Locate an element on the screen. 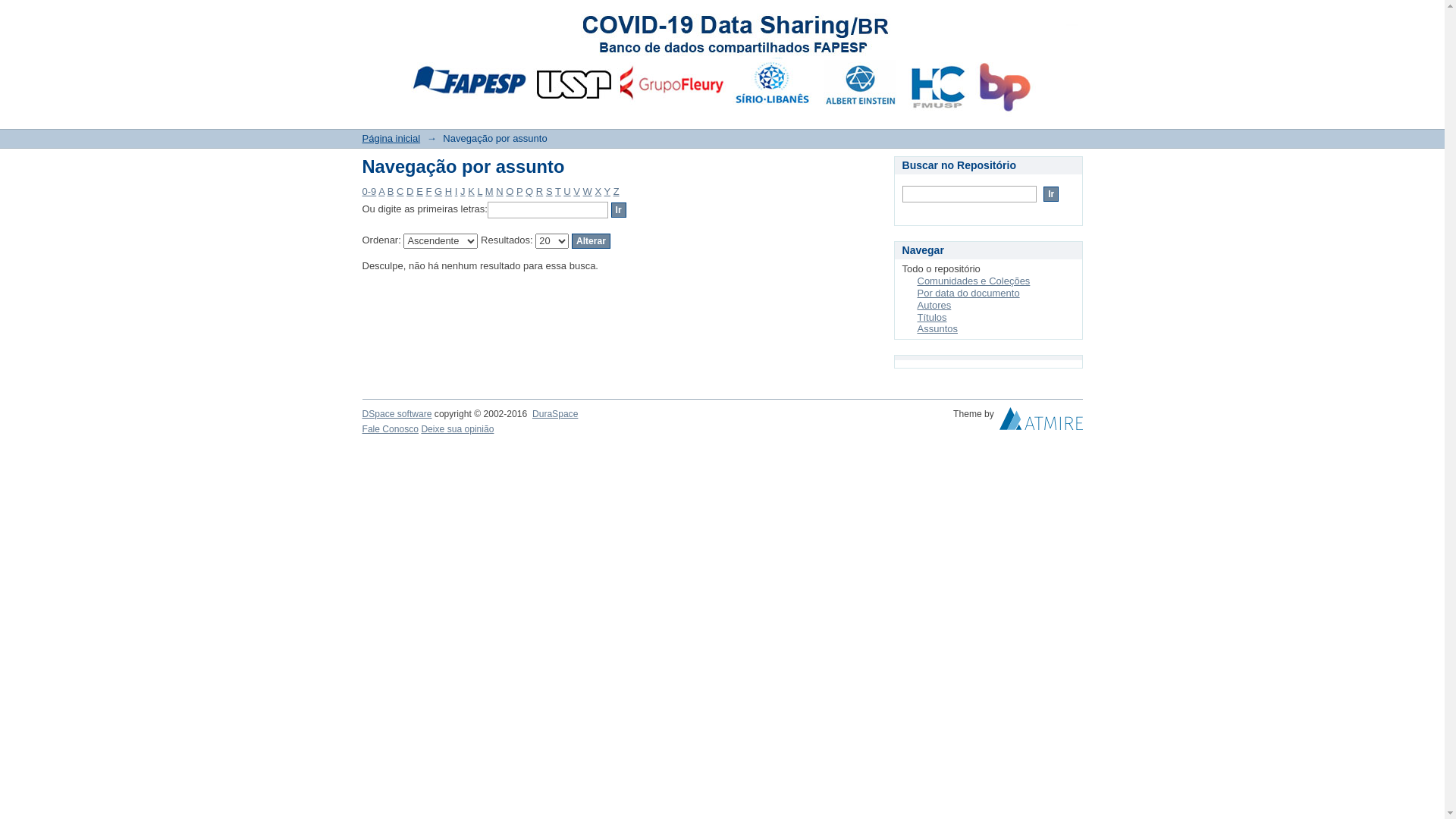  'V' is located at coordinates (576, 190).